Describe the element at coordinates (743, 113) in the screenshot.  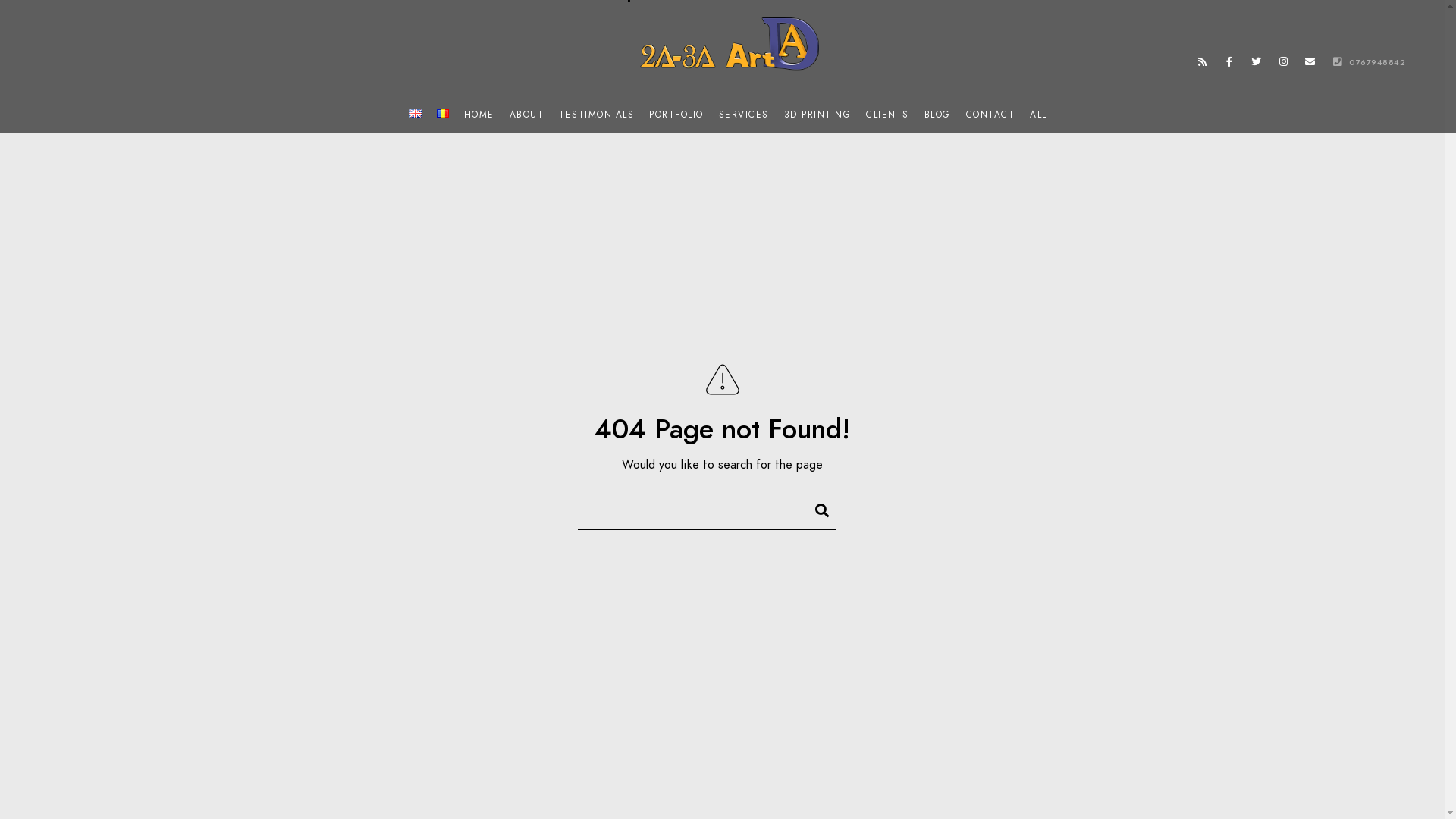
I see `'SERVICES'` at that location.